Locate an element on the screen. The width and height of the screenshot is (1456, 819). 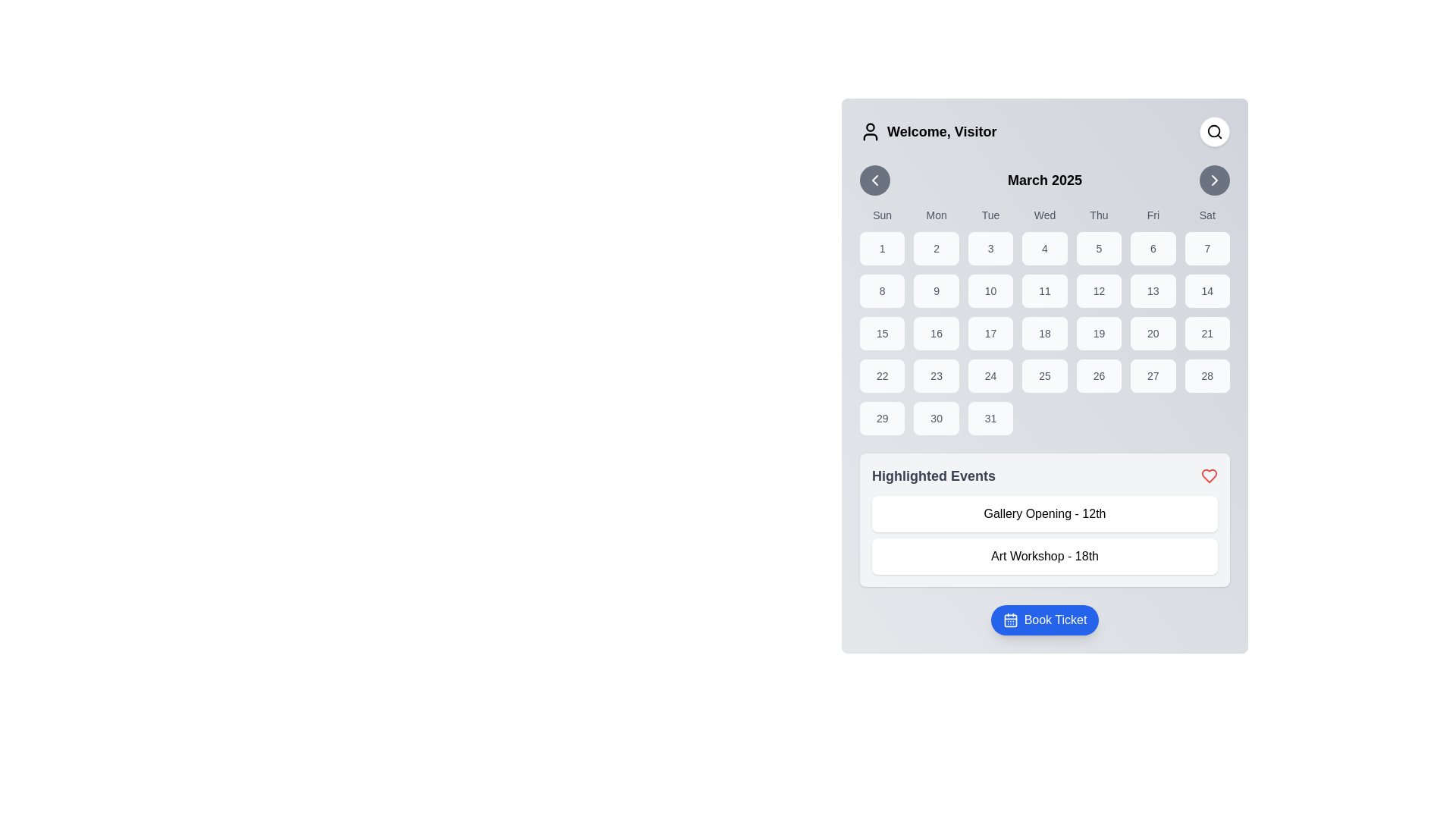
the first day of the month in the calendar grid, located under 'Sun' in the top-left corner of the calendar is located at coordinates (882, 247).